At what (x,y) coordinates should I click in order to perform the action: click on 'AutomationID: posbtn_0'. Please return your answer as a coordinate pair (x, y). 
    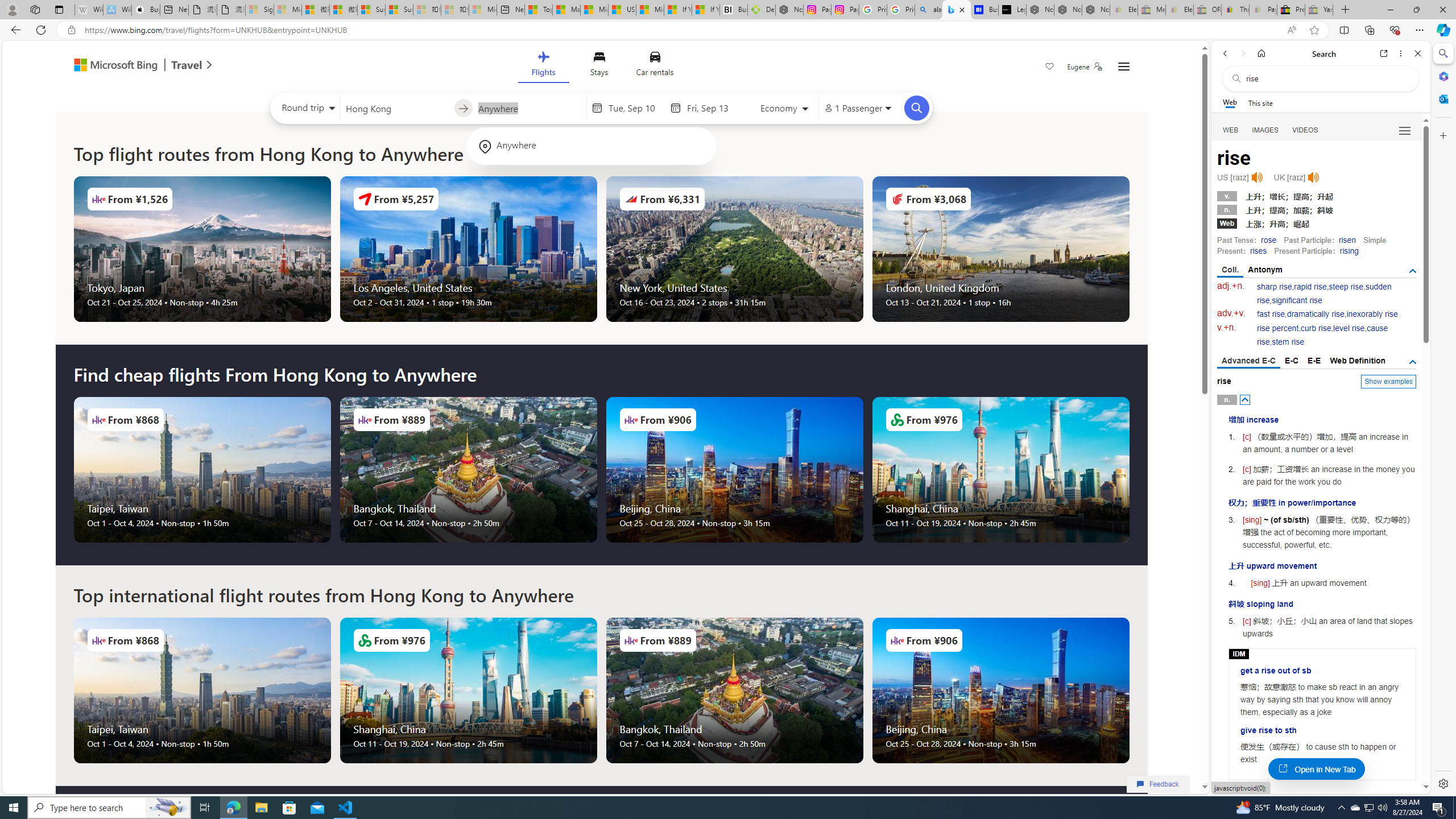
    Looking at the image, I should click on (1245, 399).